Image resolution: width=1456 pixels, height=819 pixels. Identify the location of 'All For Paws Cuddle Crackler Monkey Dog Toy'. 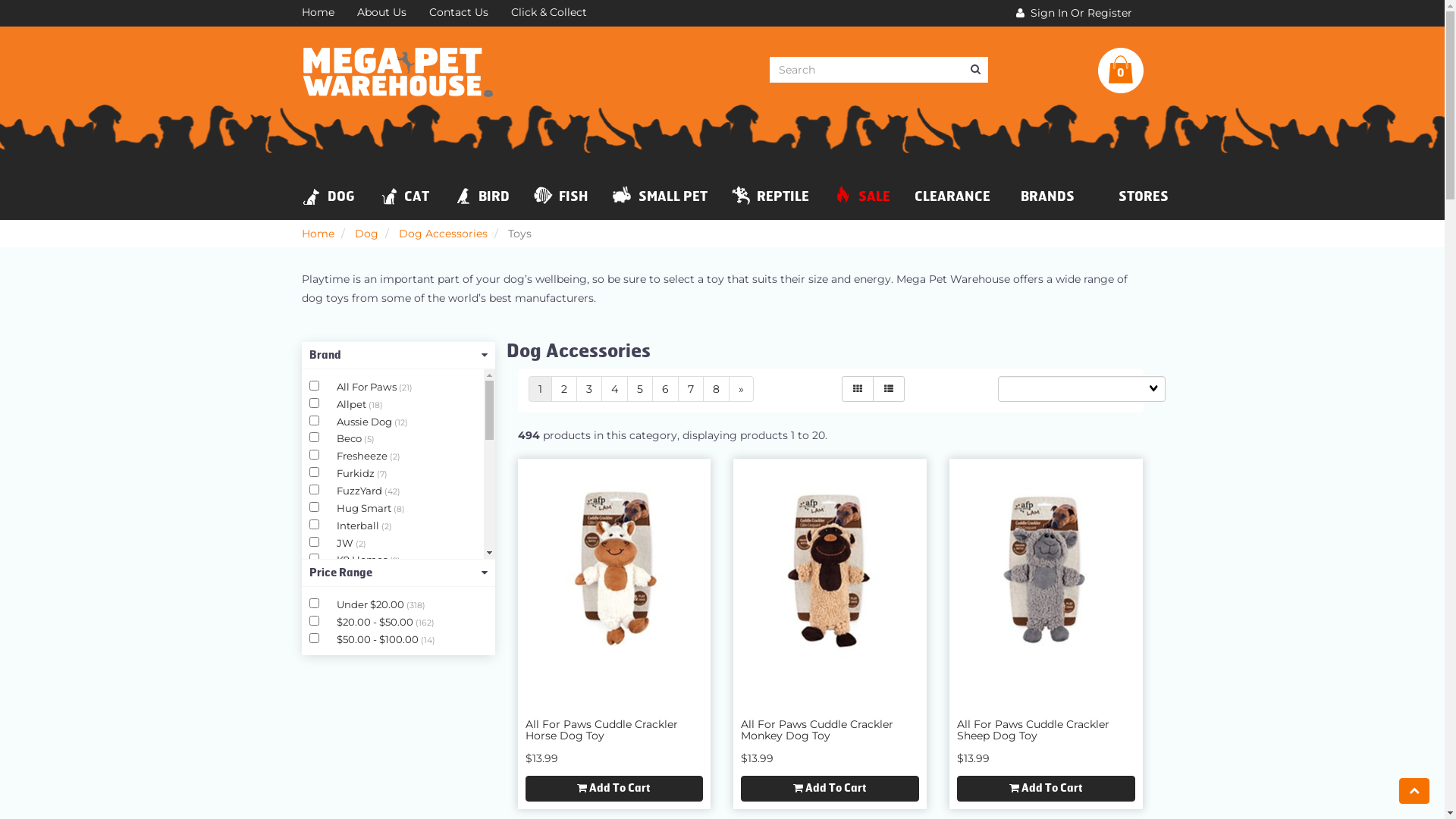
(829, 573).